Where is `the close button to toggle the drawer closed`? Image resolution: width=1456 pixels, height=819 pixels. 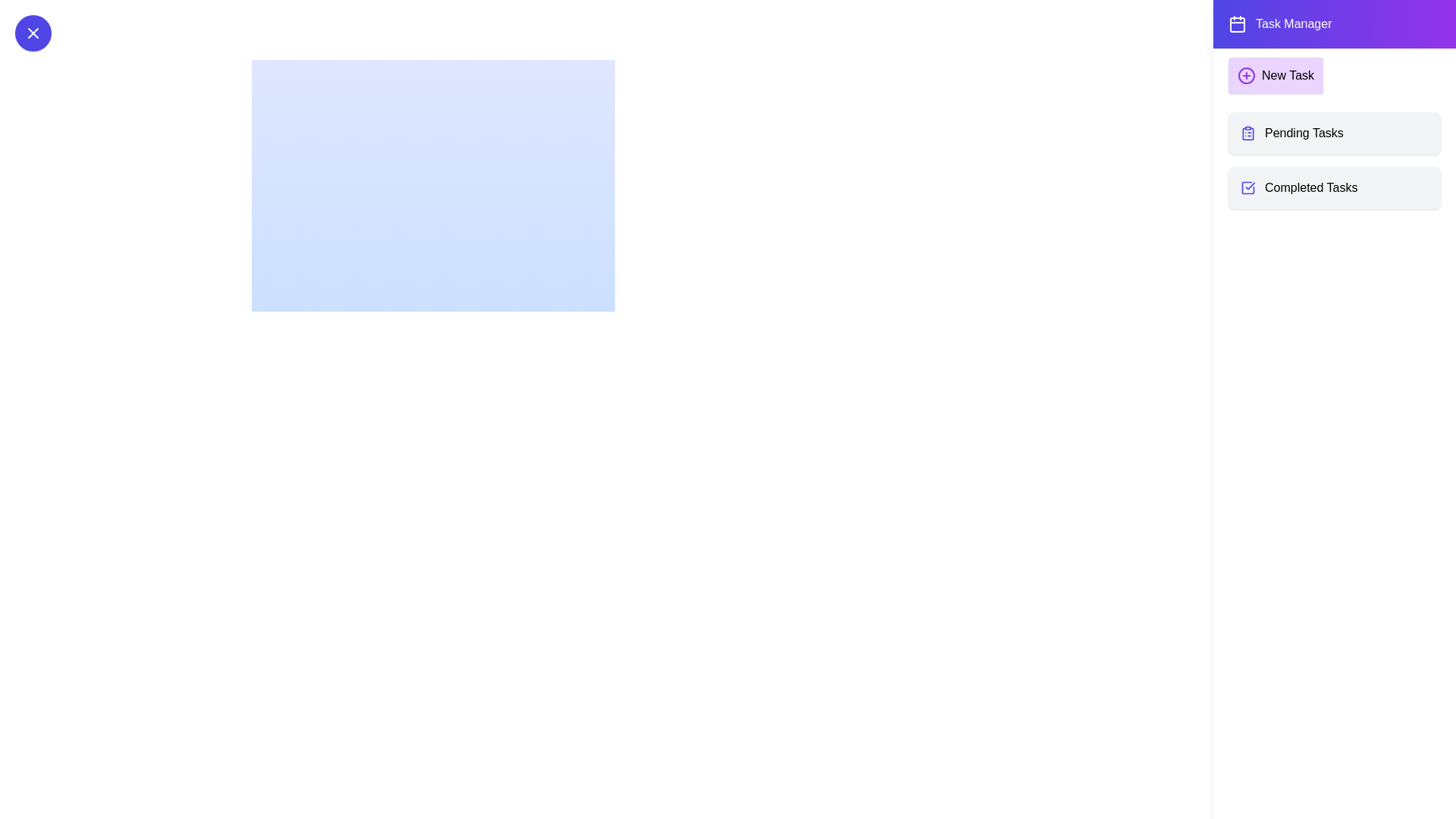 the close button to toggle the drawer closed is located at coordinates (33, 33).